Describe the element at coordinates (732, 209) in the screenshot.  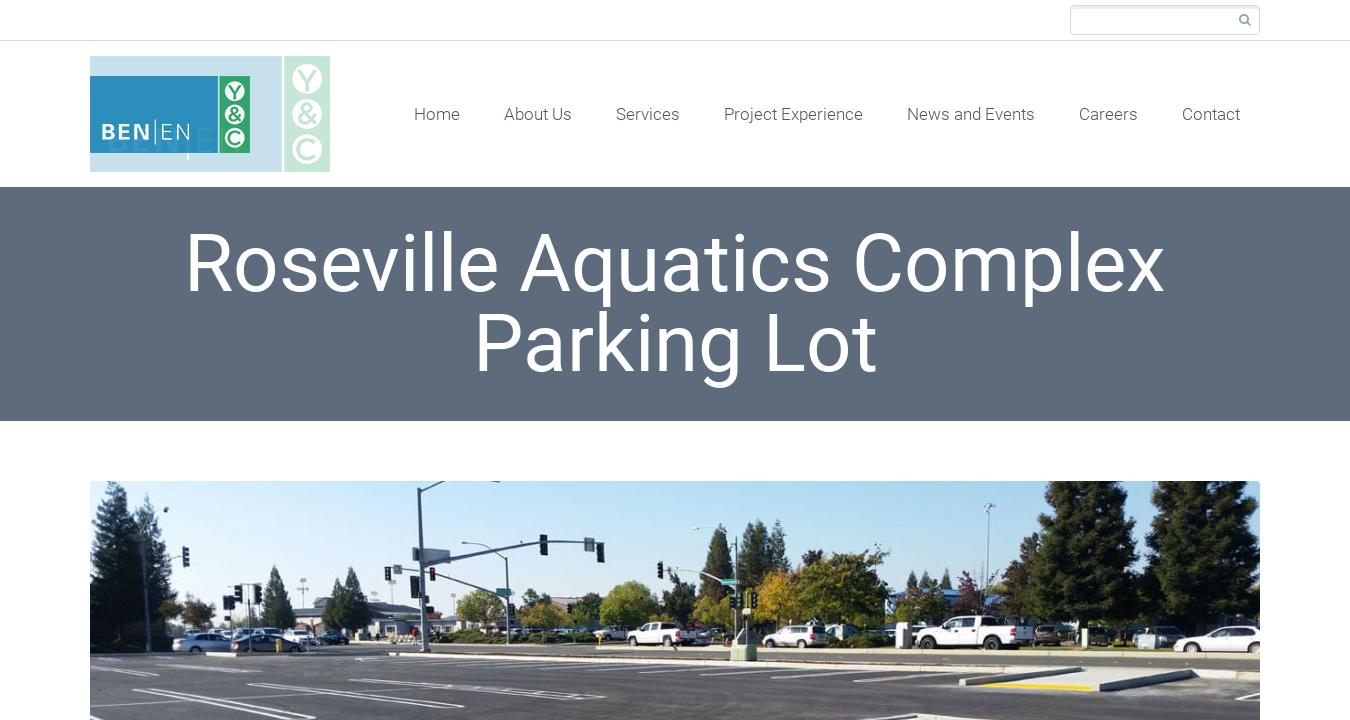
I see `'Transportation & Traffic'` at that location.